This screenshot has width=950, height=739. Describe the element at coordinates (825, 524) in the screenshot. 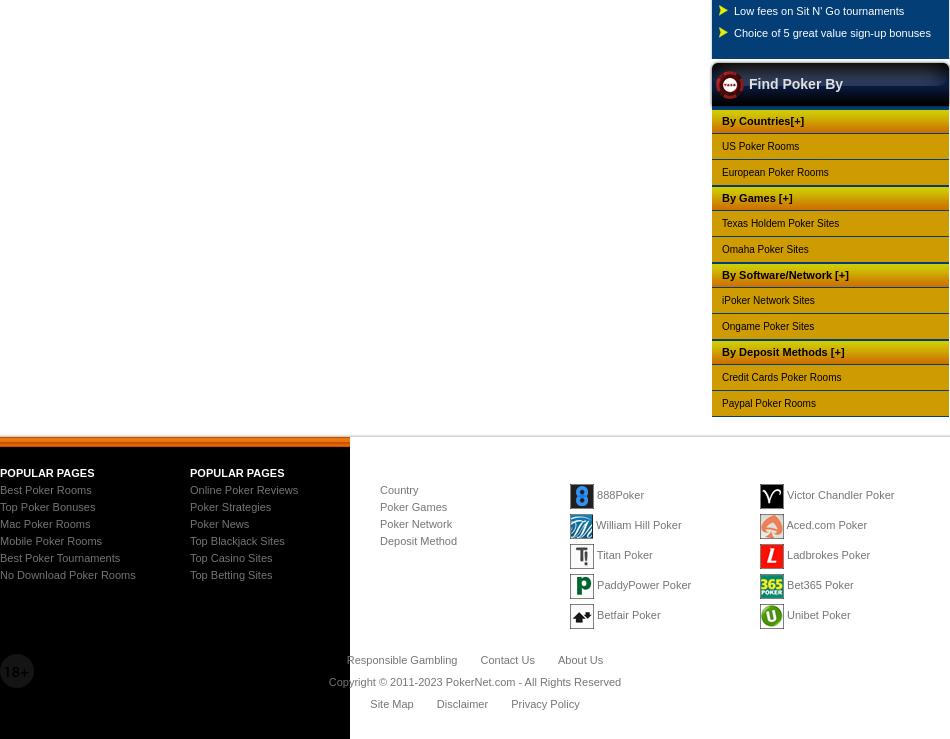

I see `'Aced.com Poker'` at that location.